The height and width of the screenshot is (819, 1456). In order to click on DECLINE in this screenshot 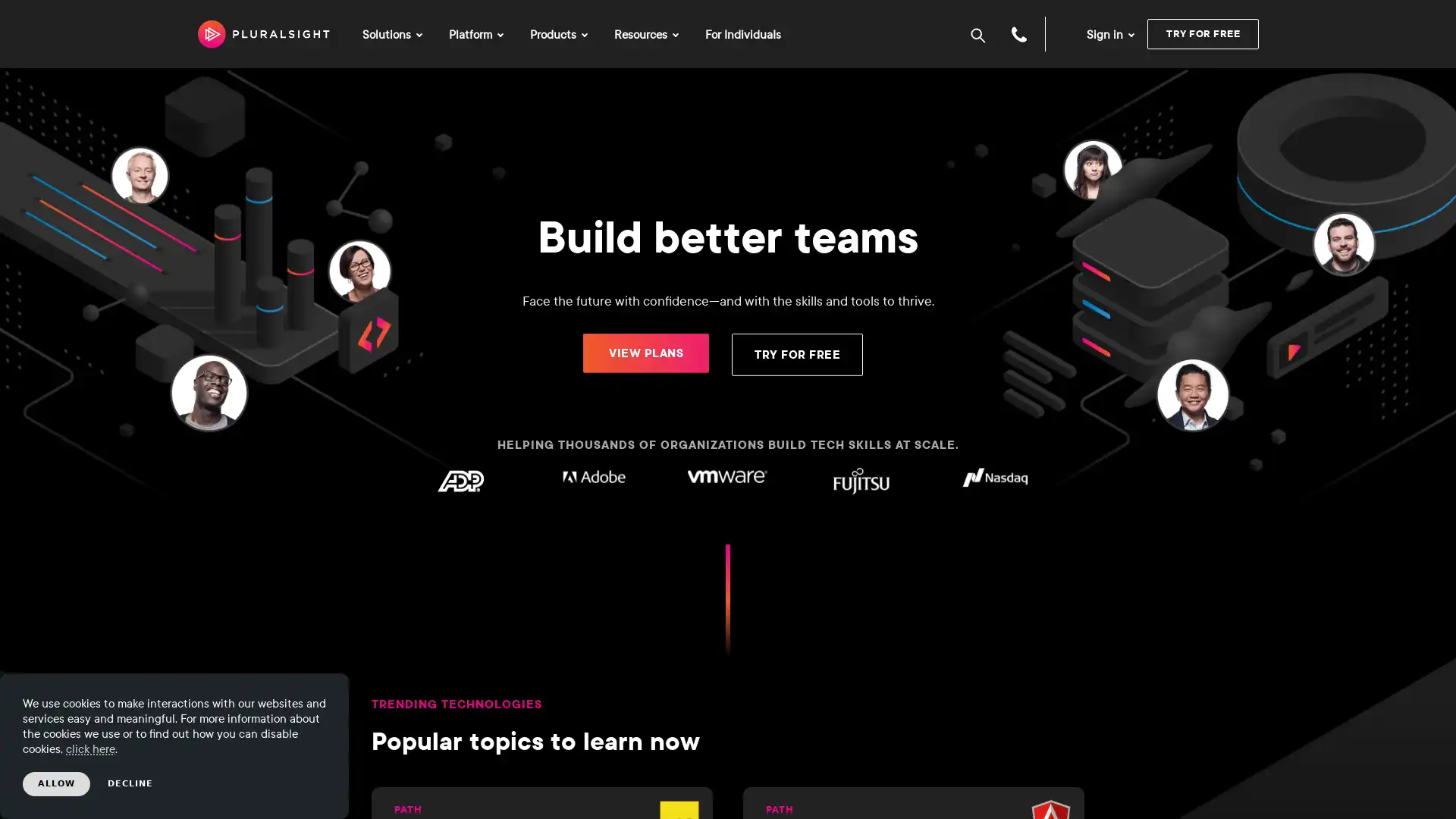, I will do `click(130, 783)`.